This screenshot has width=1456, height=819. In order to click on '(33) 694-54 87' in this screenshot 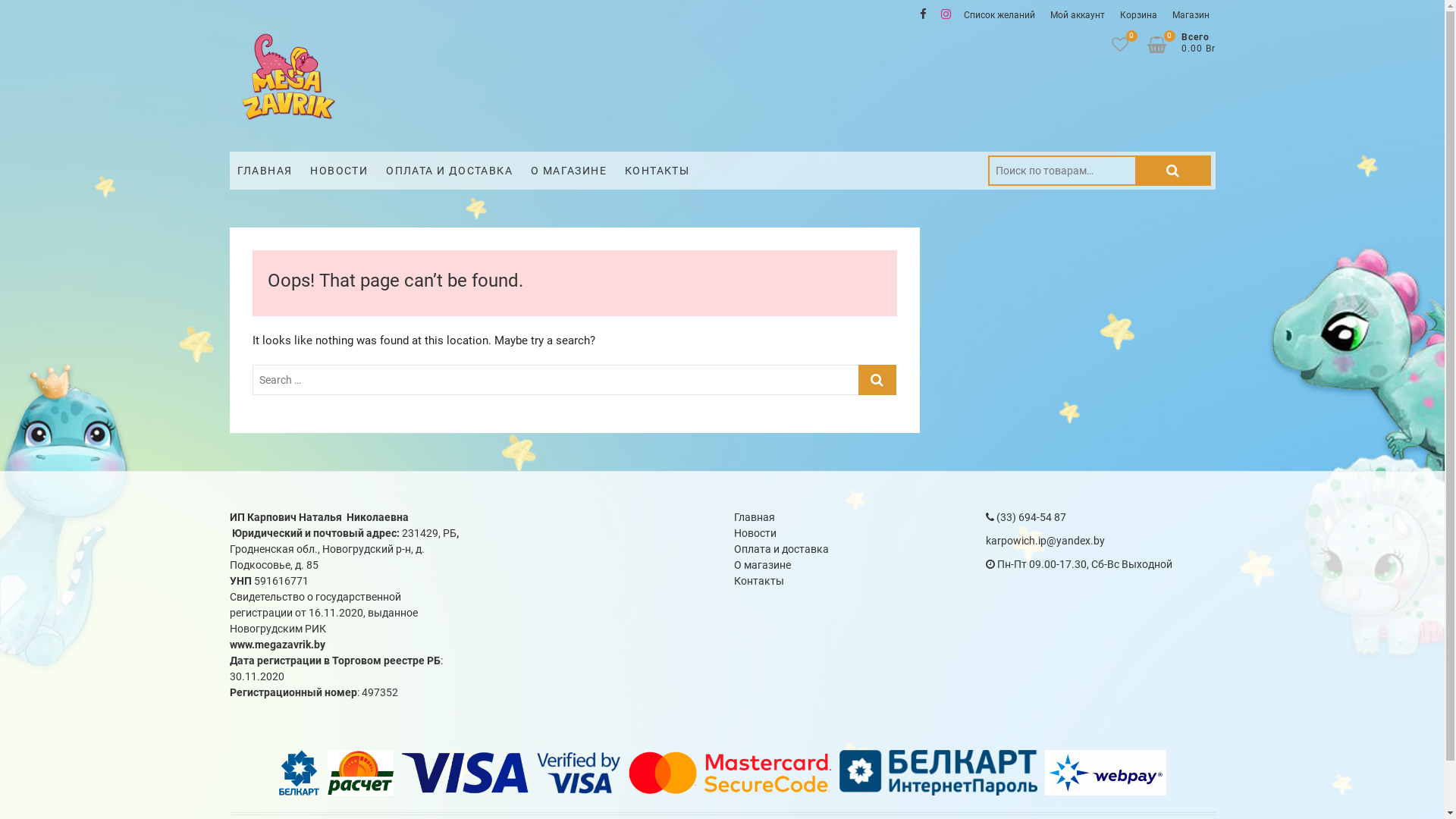, I will do `click(1026, 516)`.